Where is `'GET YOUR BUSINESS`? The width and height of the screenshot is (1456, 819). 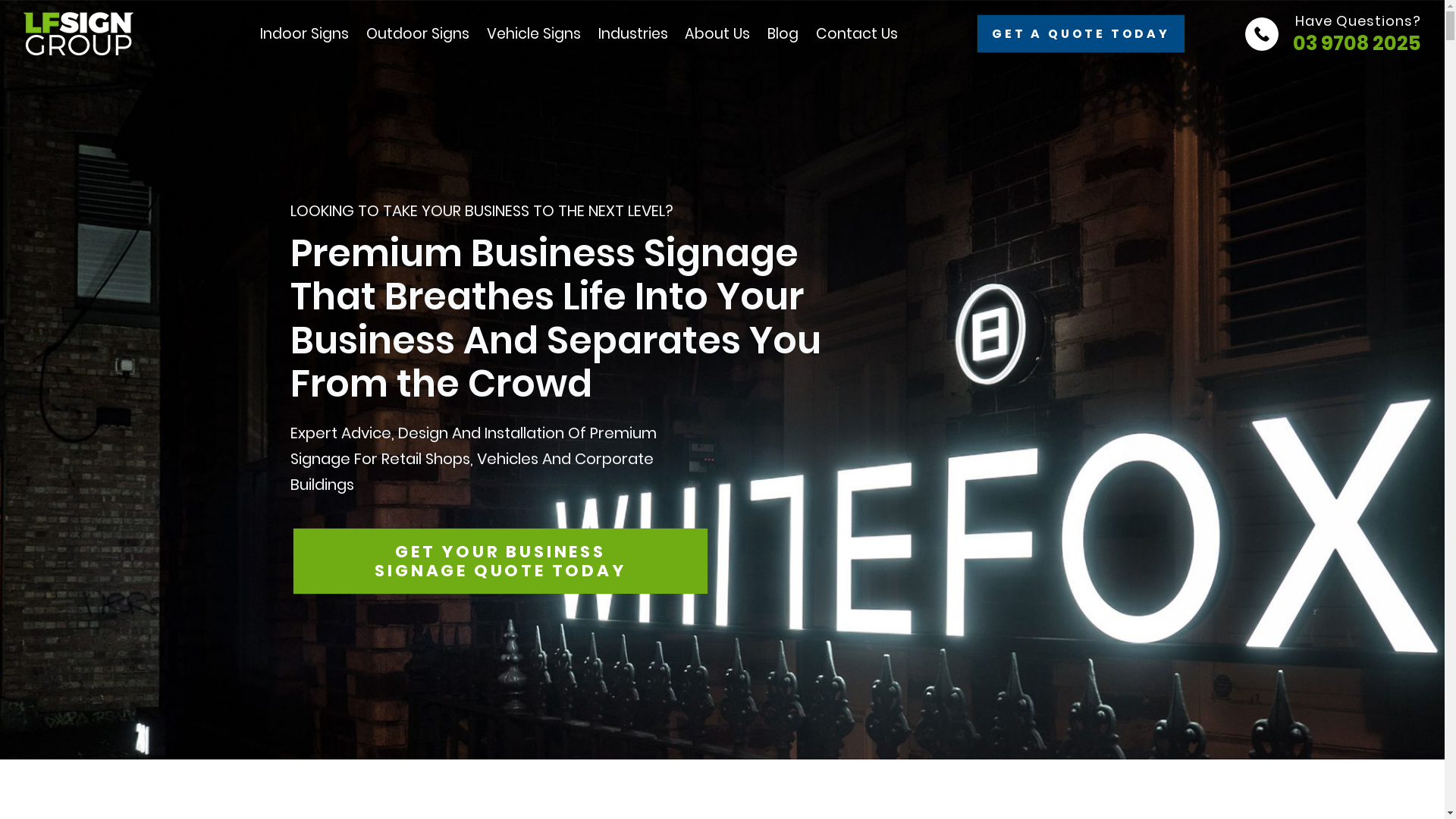 'GET YOUR BUSINESS is located at coordinates (500, 561).